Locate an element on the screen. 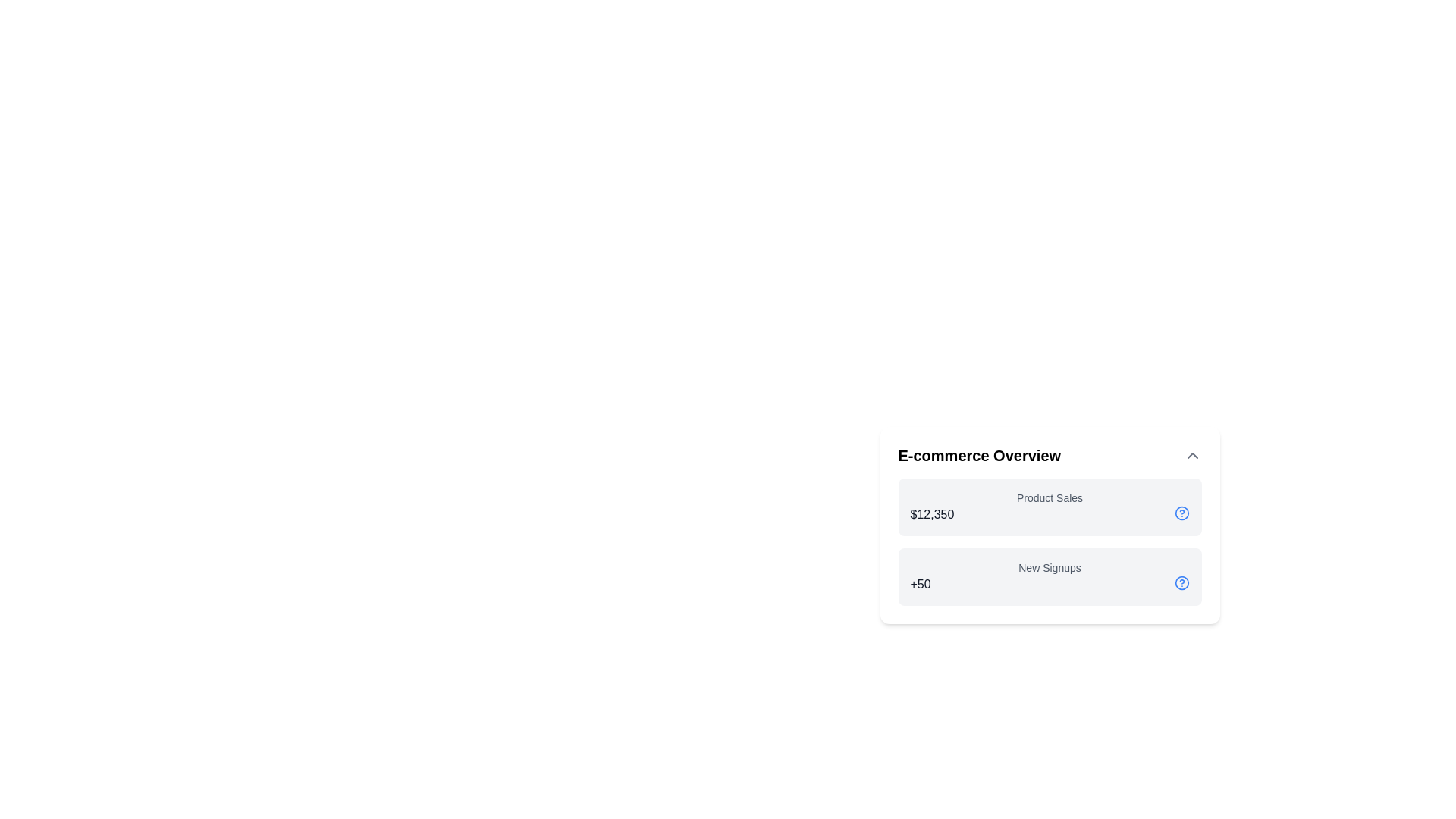  the 'New Signups' text label displayed in a small, gray font, which is horizontally centered within the 'E-commerce Overview' card and located above the numeric value '+50' is located at coordinates (1049, 567).